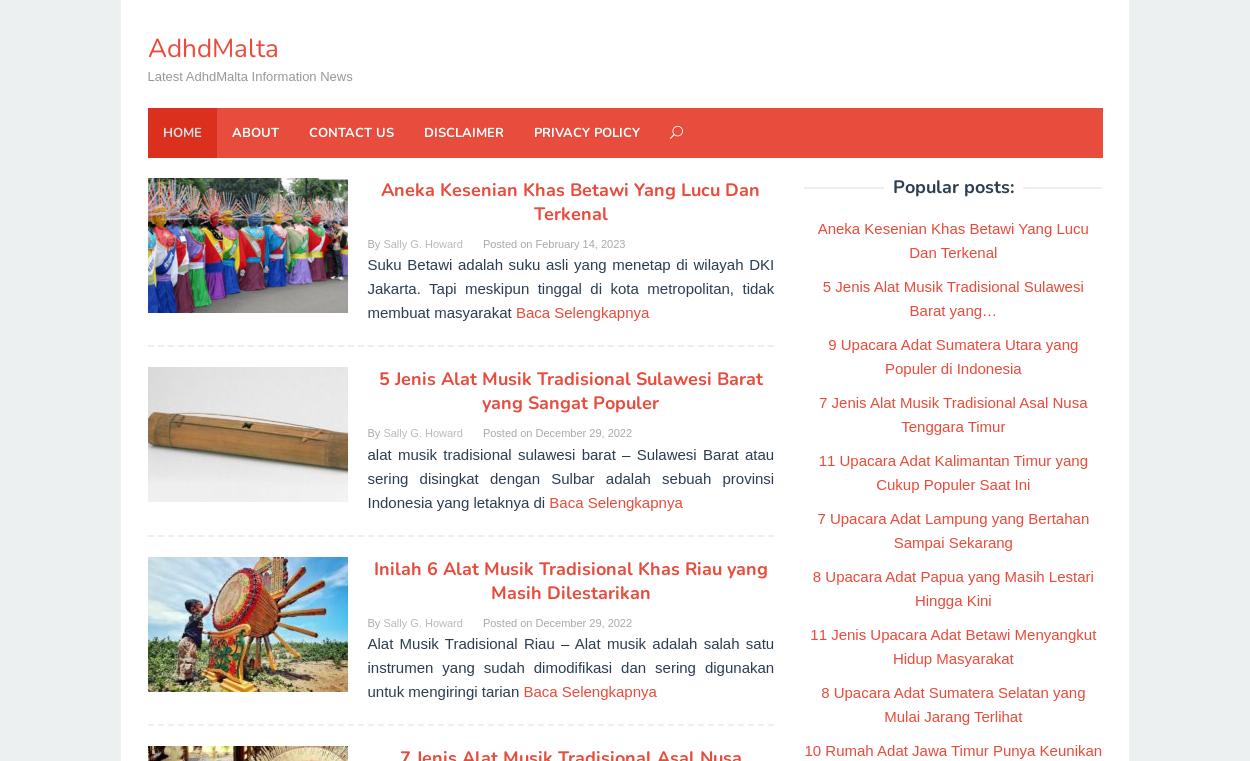 The image size is (1250, 761). I want to click on '8 Upacara Adat Papua yang Masih Lestari Hingga Kini', so click(951, 588).